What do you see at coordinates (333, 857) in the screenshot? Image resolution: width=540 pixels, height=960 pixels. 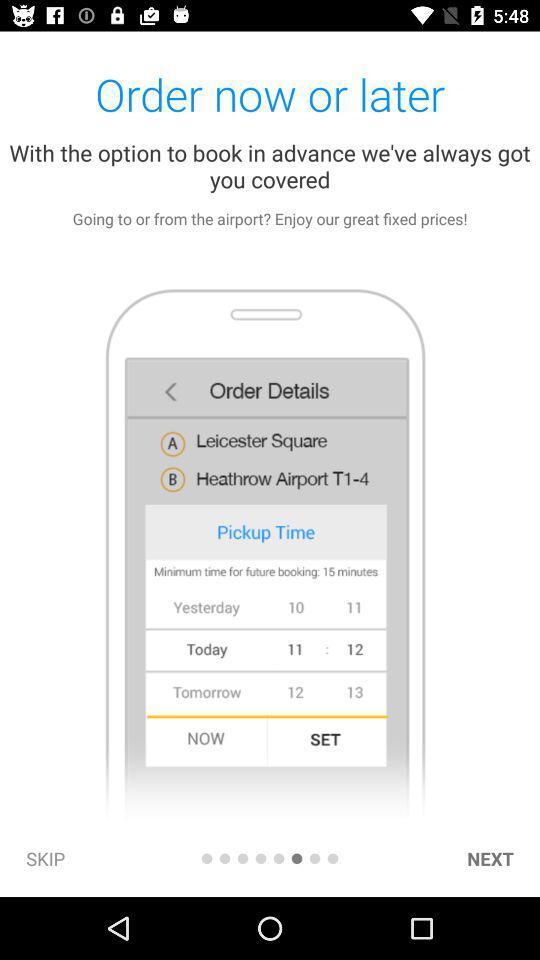 I see `the item next to the next icon` at bounding box center [333, 857].